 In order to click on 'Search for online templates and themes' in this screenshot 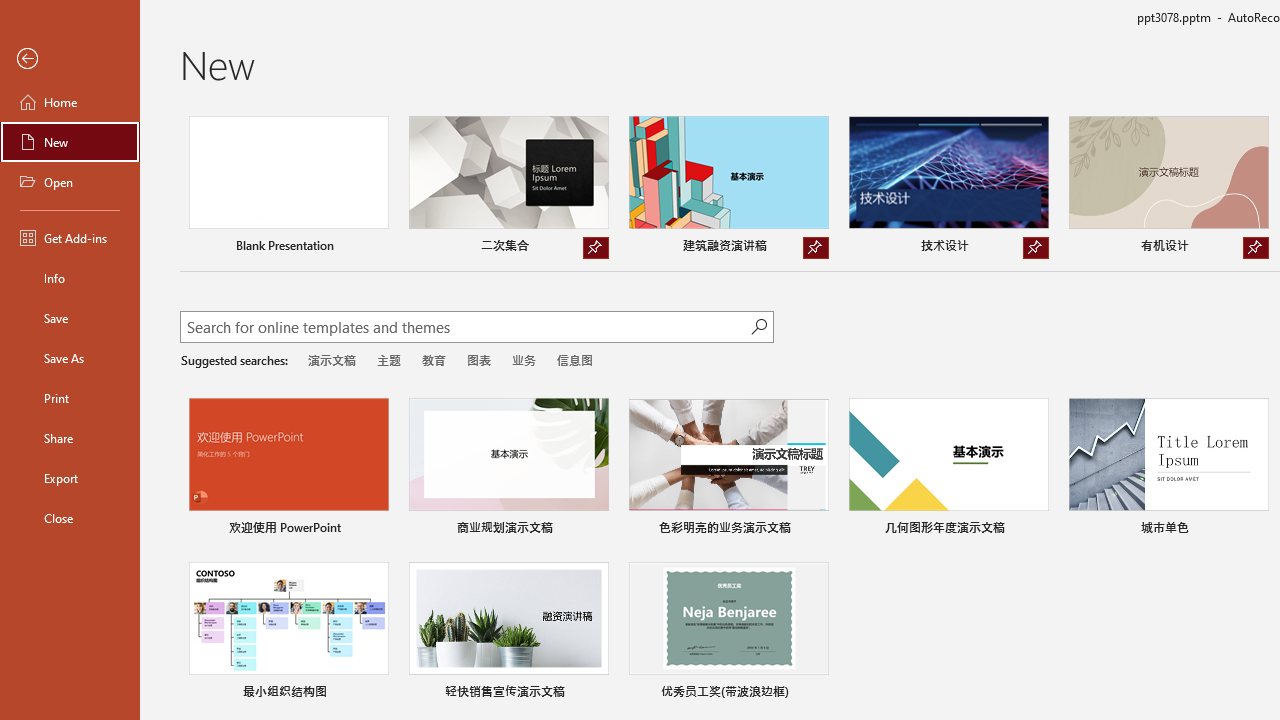, I will do `click(464, 328)`.